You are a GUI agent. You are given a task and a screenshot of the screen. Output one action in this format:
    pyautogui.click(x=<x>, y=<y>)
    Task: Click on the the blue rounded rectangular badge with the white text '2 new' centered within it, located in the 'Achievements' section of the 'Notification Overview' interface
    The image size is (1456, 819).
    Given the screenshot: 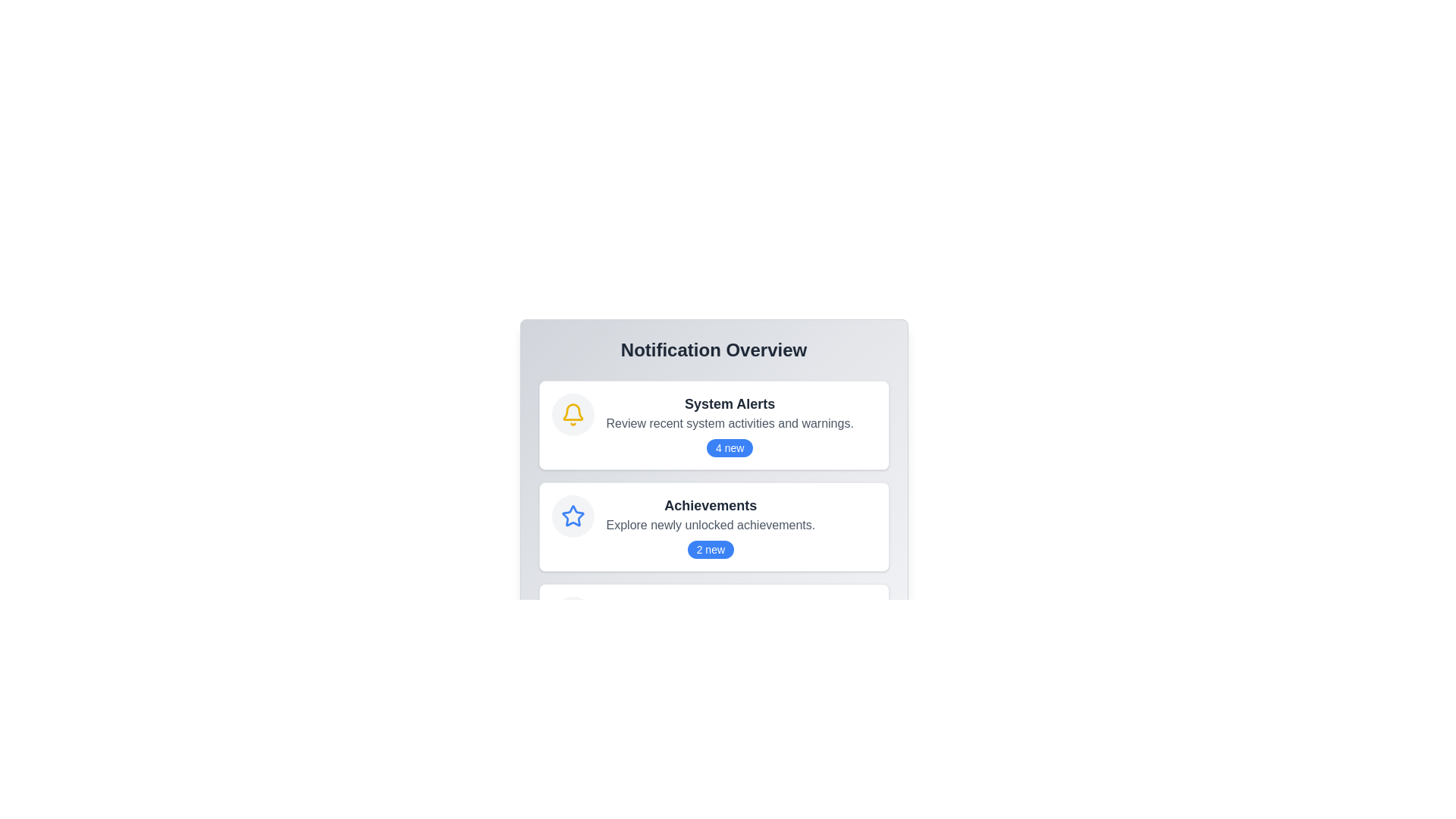 What is the action you would take?
    pyautogui.click(x=710, y=550)
    